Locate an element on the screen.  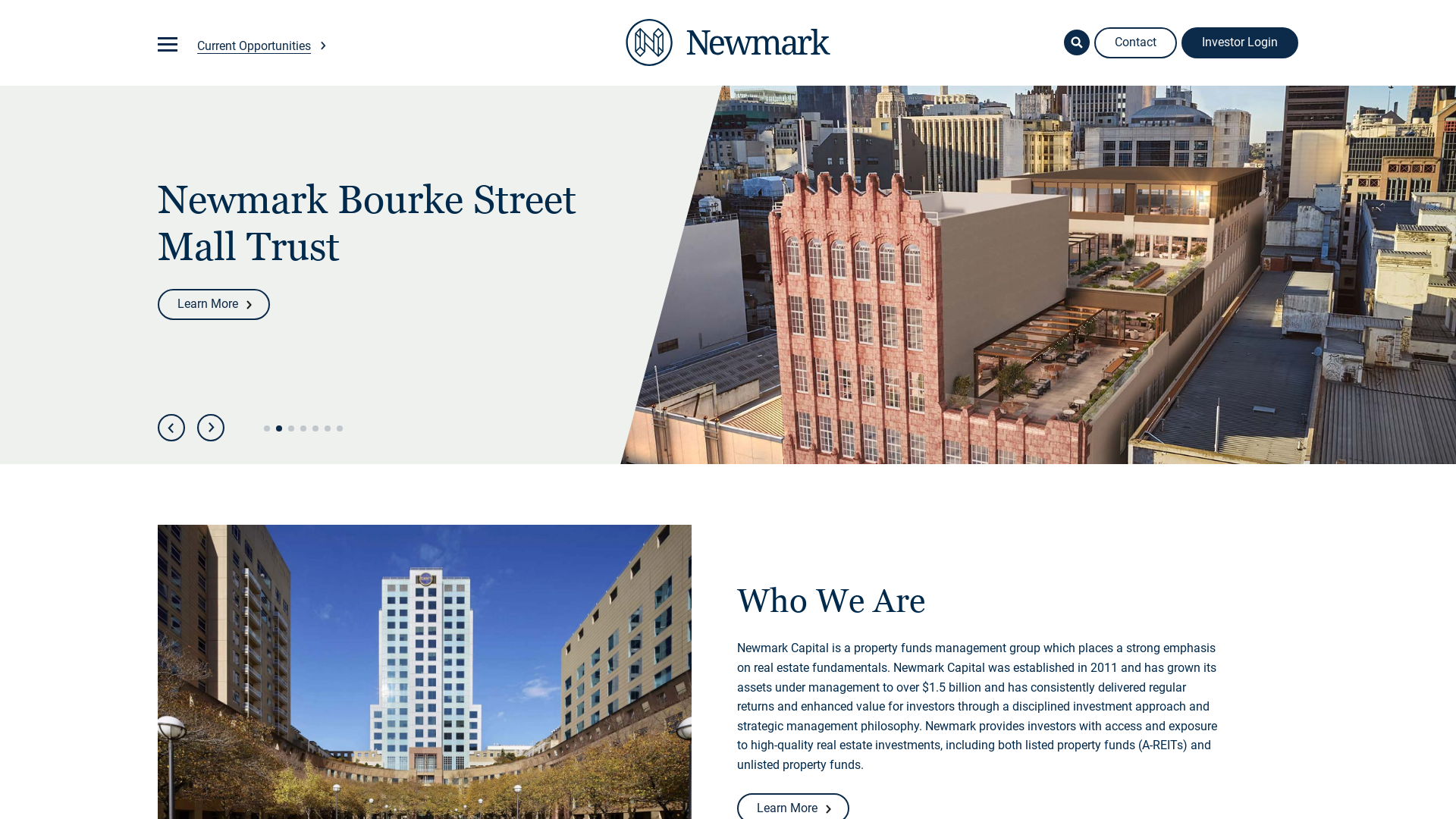
'3' is located at coordinates (292, 426).